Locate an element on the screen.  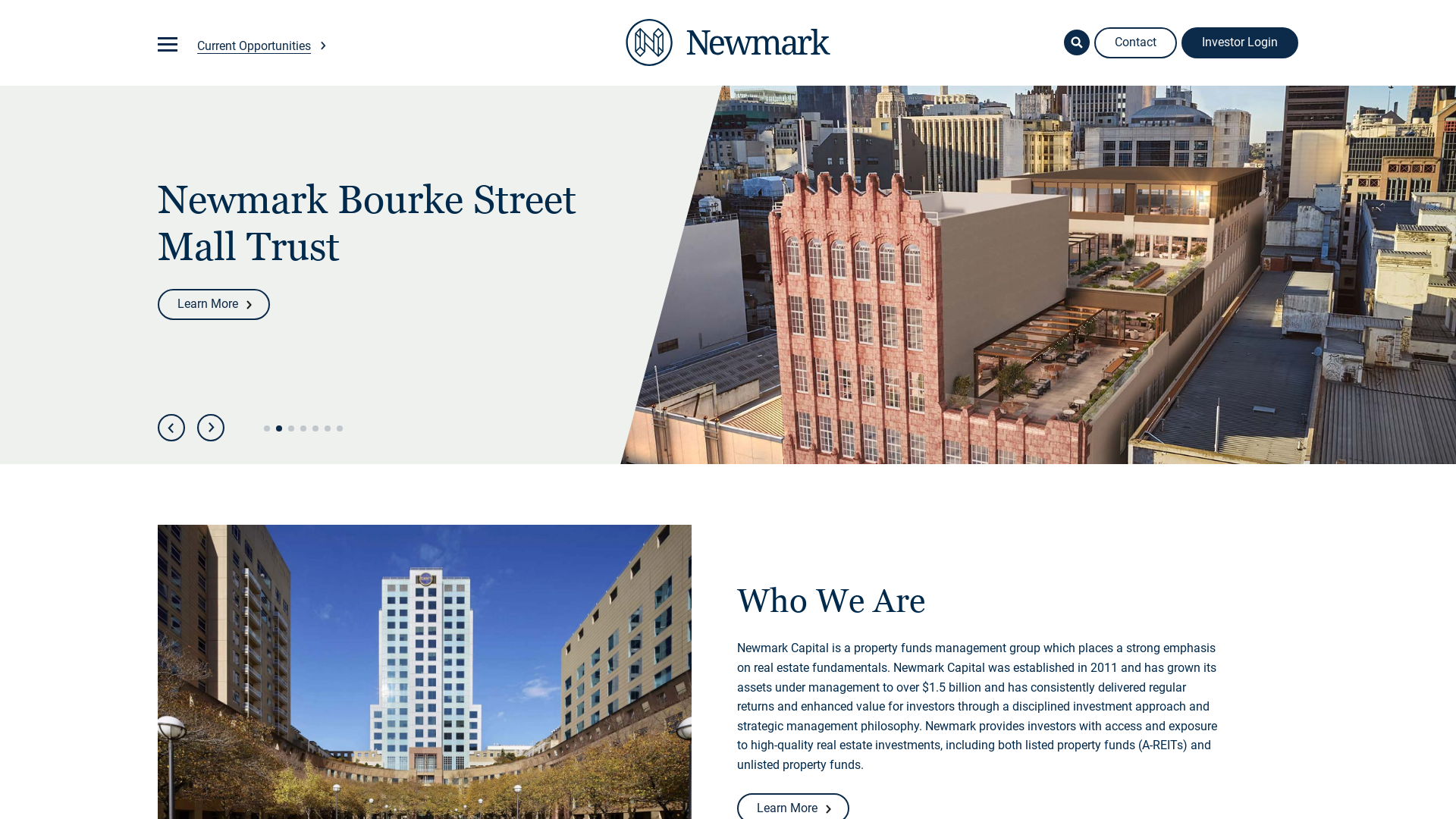
'3' is located at coordinates (292, 426).